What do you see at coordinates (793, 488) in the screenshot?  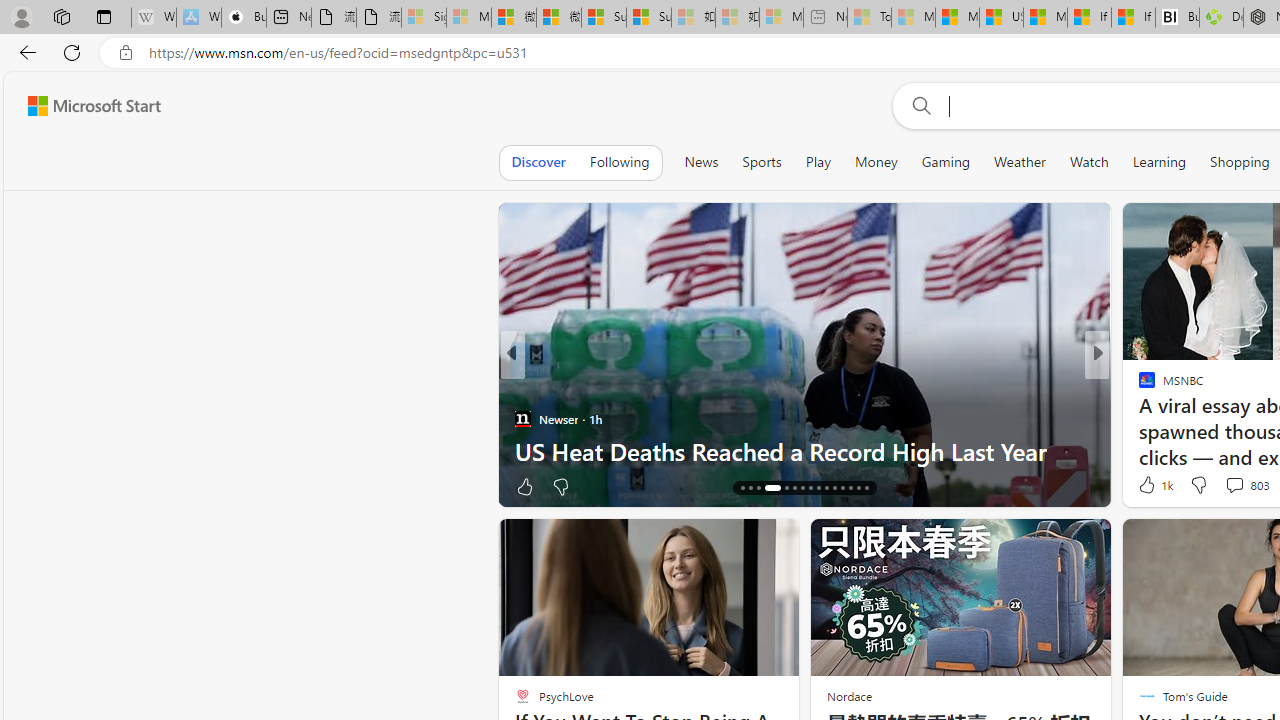 I see `'AutomationID: tab-21'` at bounding box center [793, 488].